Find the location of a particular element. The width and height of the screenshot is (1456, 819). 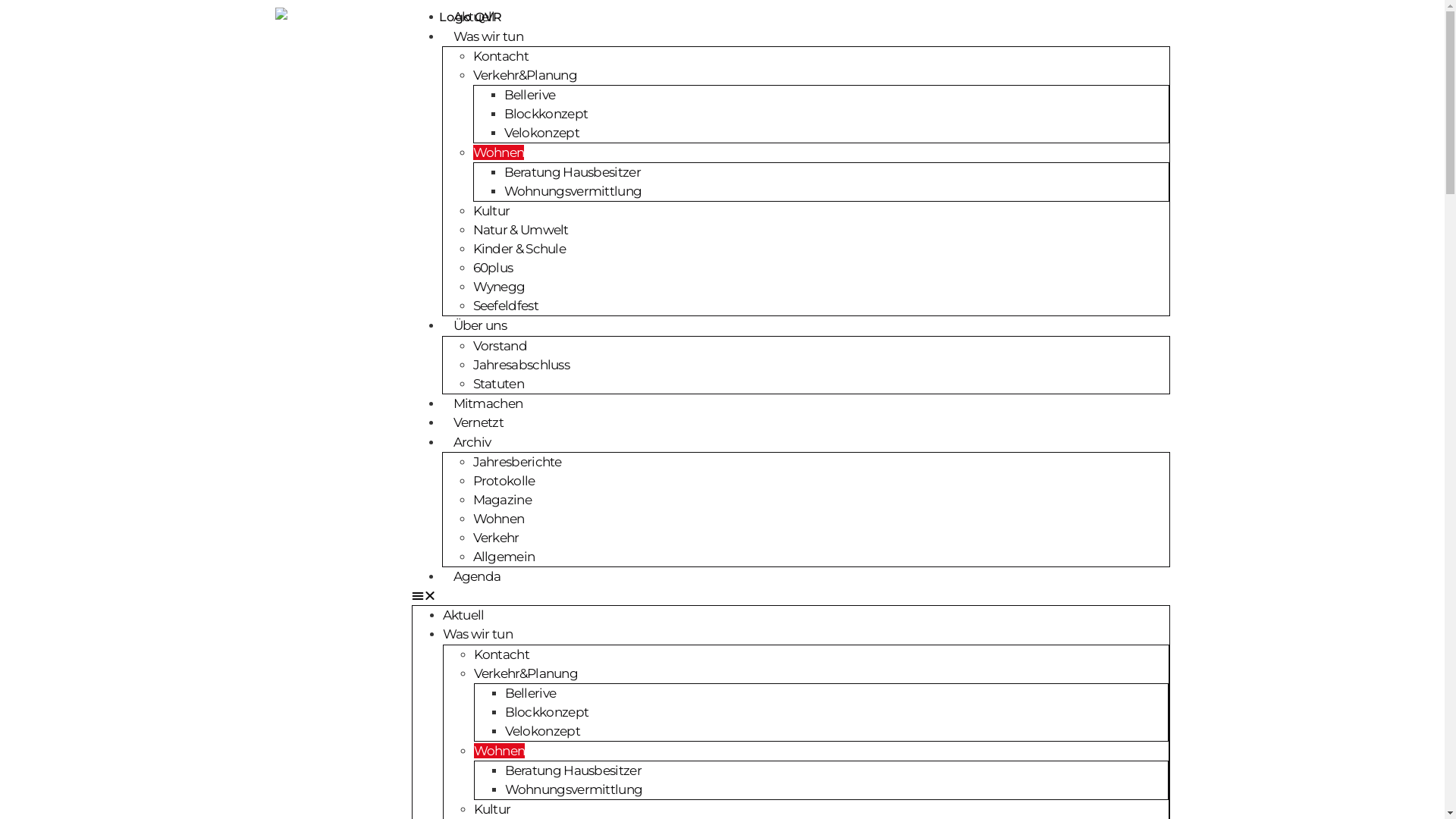

'Kultur' is located at coordinates (491, 807).